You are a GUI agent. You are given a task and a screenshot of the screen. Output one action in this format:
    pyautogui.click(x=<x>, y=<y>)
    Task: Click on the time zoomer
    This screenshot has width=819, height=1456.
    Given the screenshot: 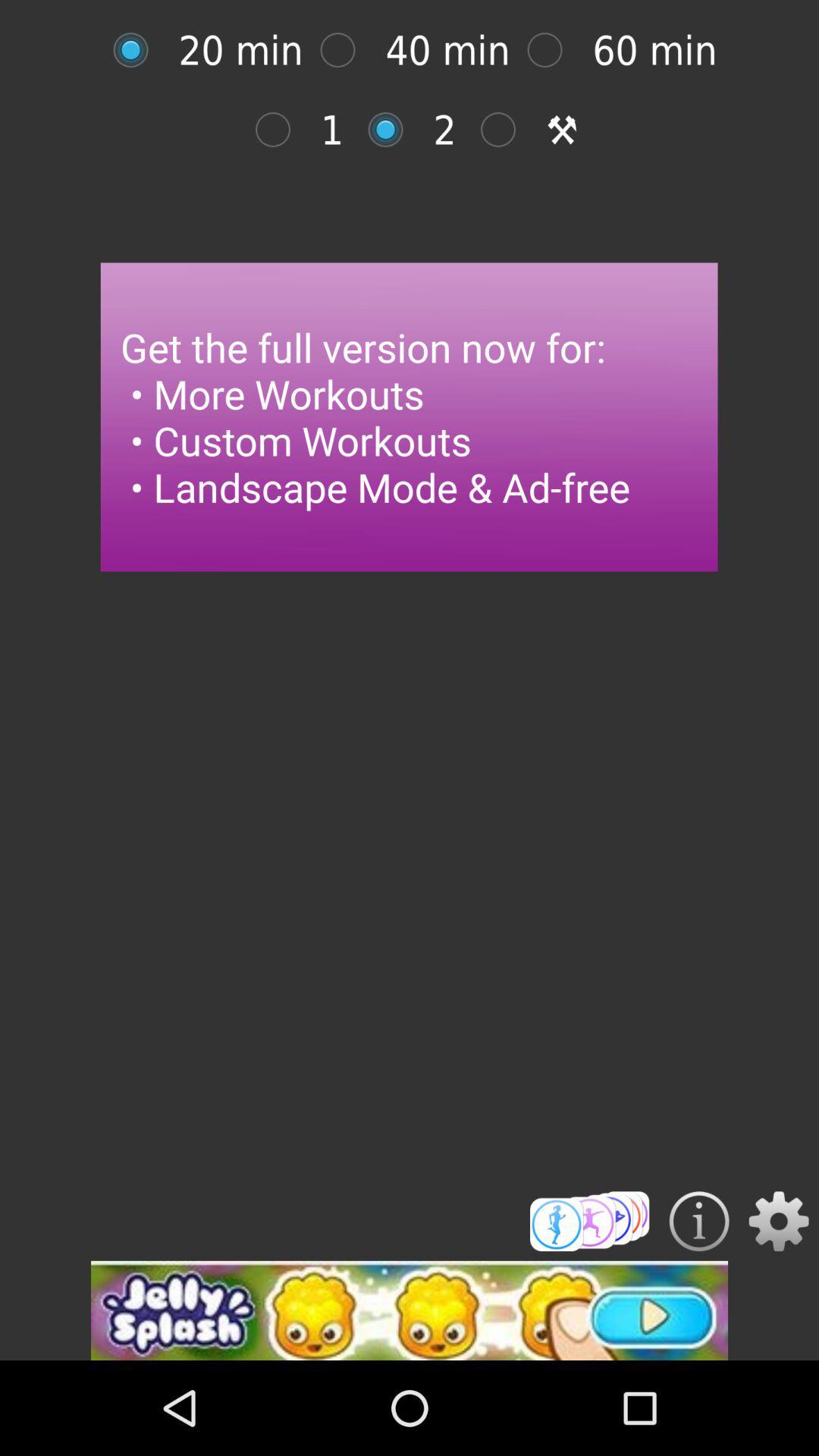 What is the action you would take?
    pyautogui.click(x=553, y=50)
    